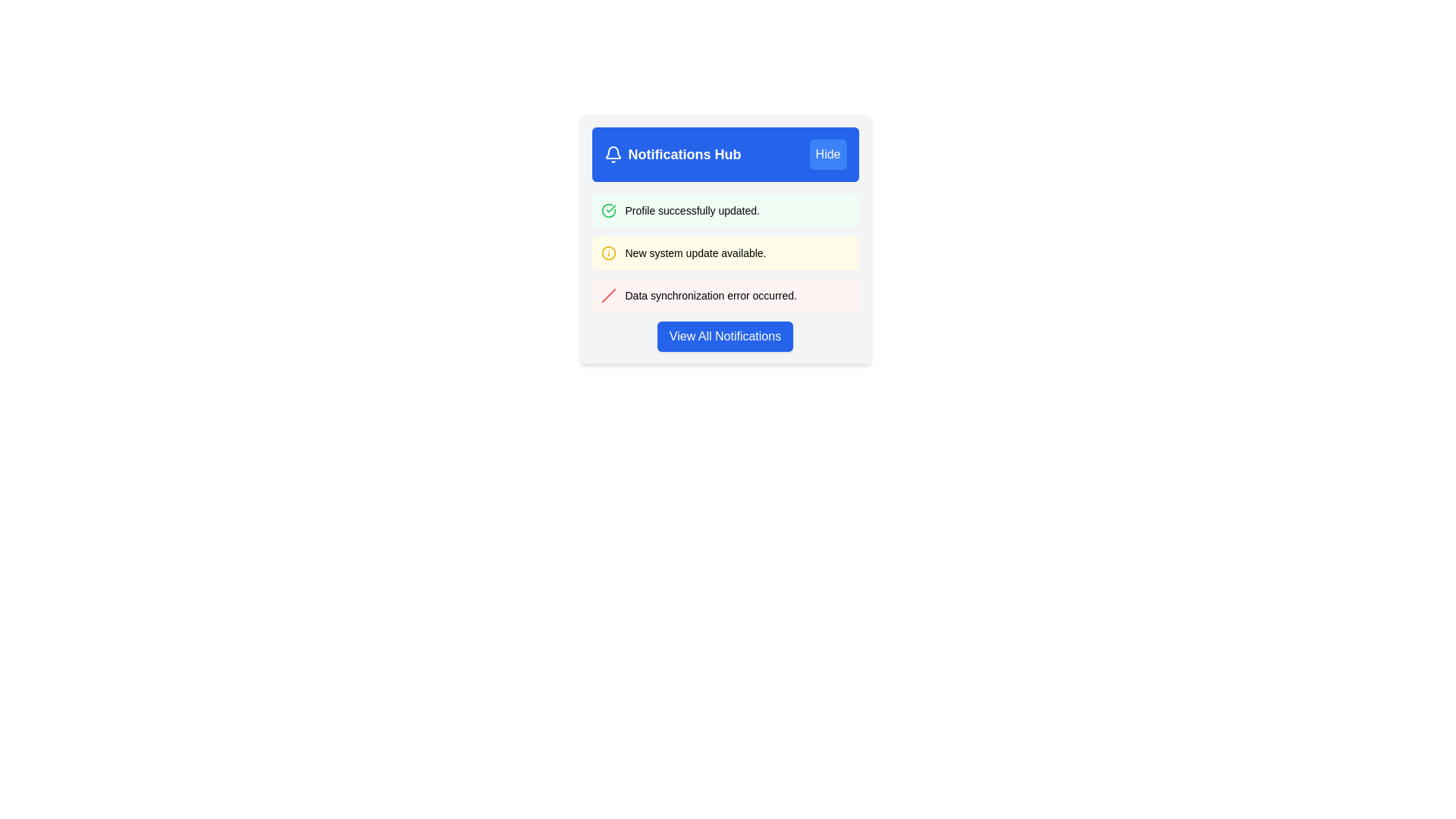 The width and height of the screenshot is (1456, 819). Describe the element at coordinates (683, 155) in the screenshot. I see `the text label that serves as the title for the notification panel, located in the top bar and positioned to the right of a bell icon and to the left of a 'Hide' button` at that location.